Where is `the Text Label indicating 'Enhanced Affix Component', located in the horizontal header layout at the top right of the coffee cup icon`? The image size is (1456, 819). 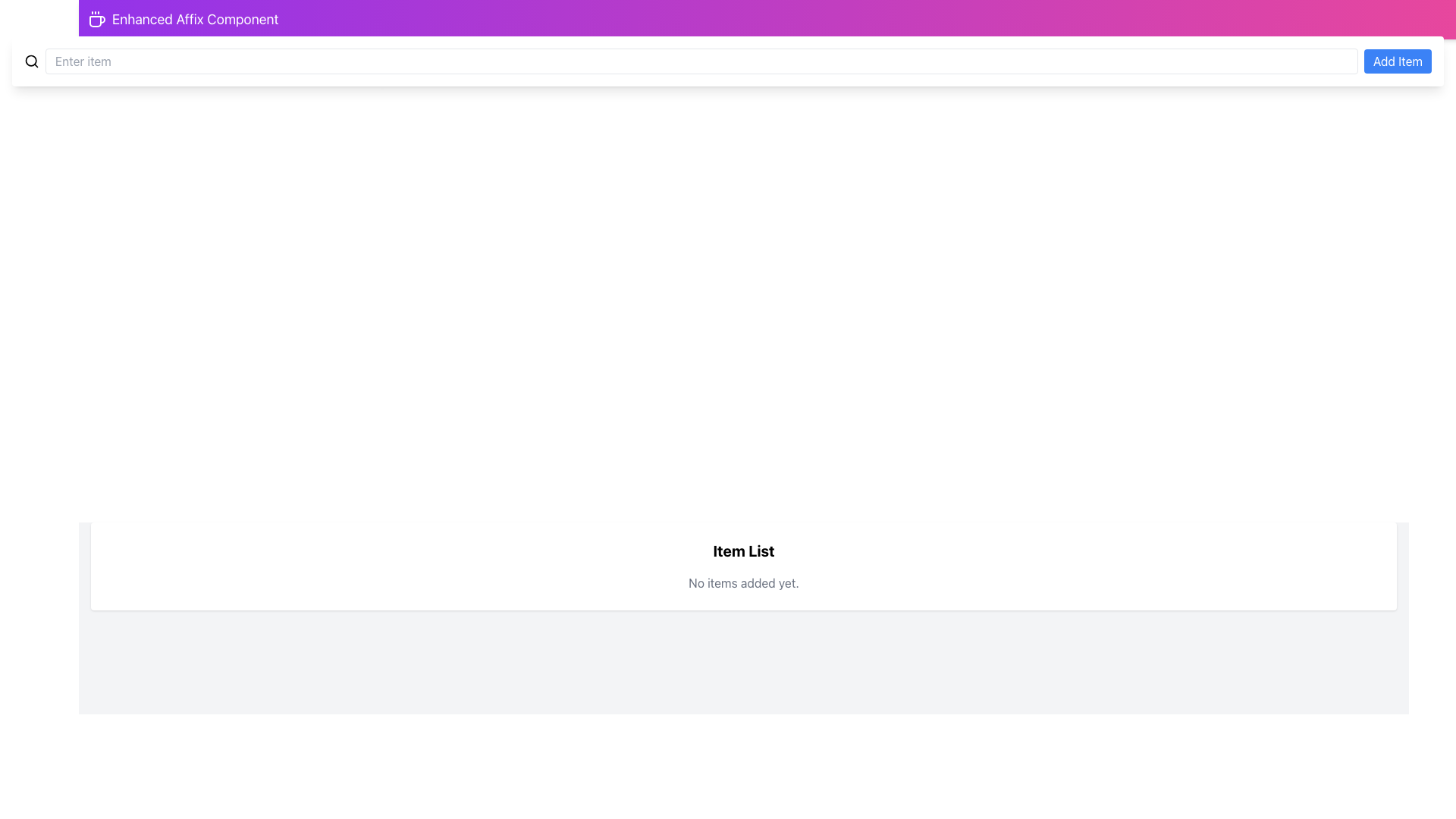
the Text Label indicating 'Enhanced Affix Component', located in the horizontal header layout at the top right of the coffee cup icon is located at coordinates (194, 20).